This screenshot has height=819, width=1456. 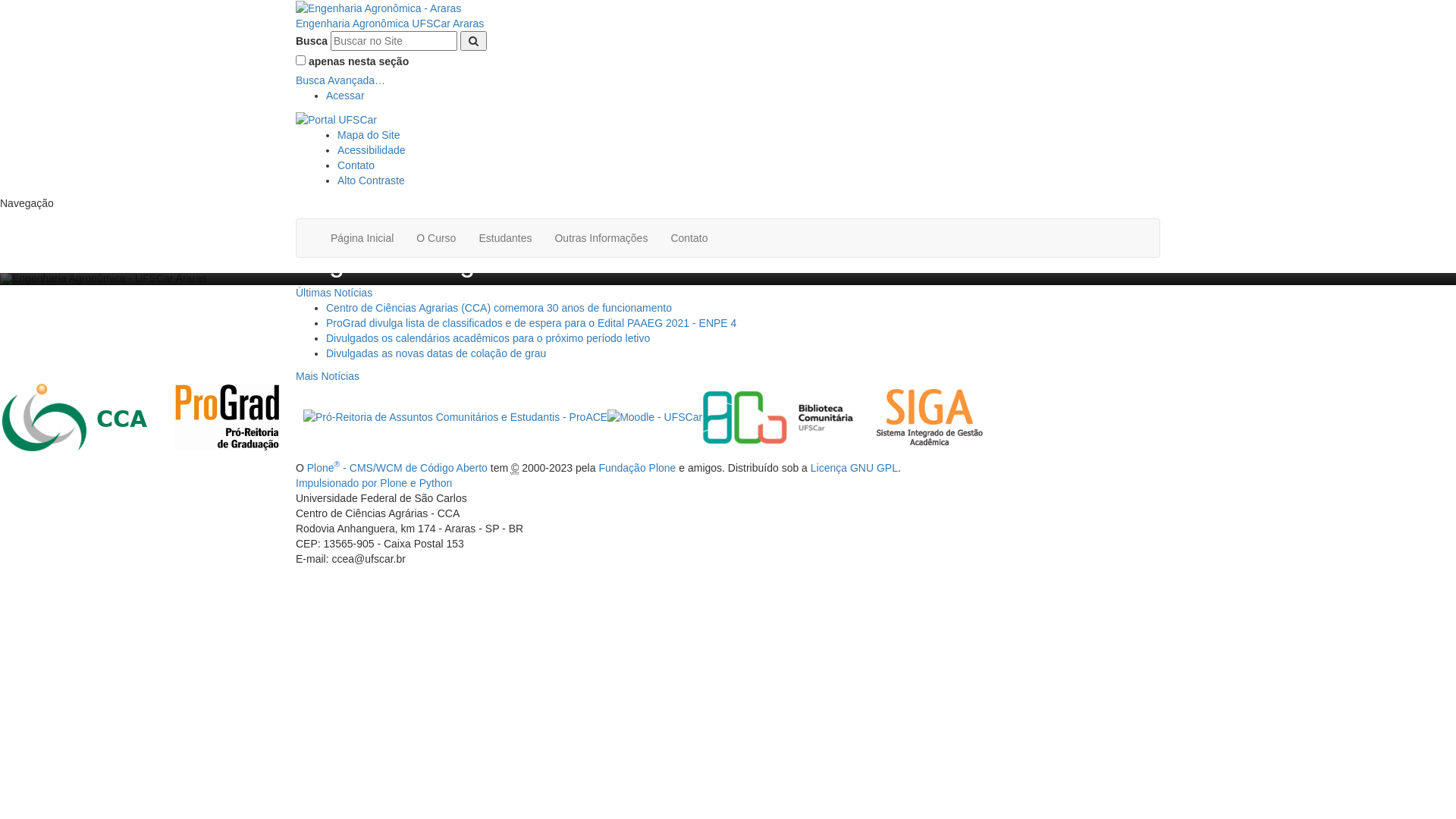 What do you see at coordinates (466, 237) in the screenshot?
I see `'Estudantes'` at bounding box center [466, 237].